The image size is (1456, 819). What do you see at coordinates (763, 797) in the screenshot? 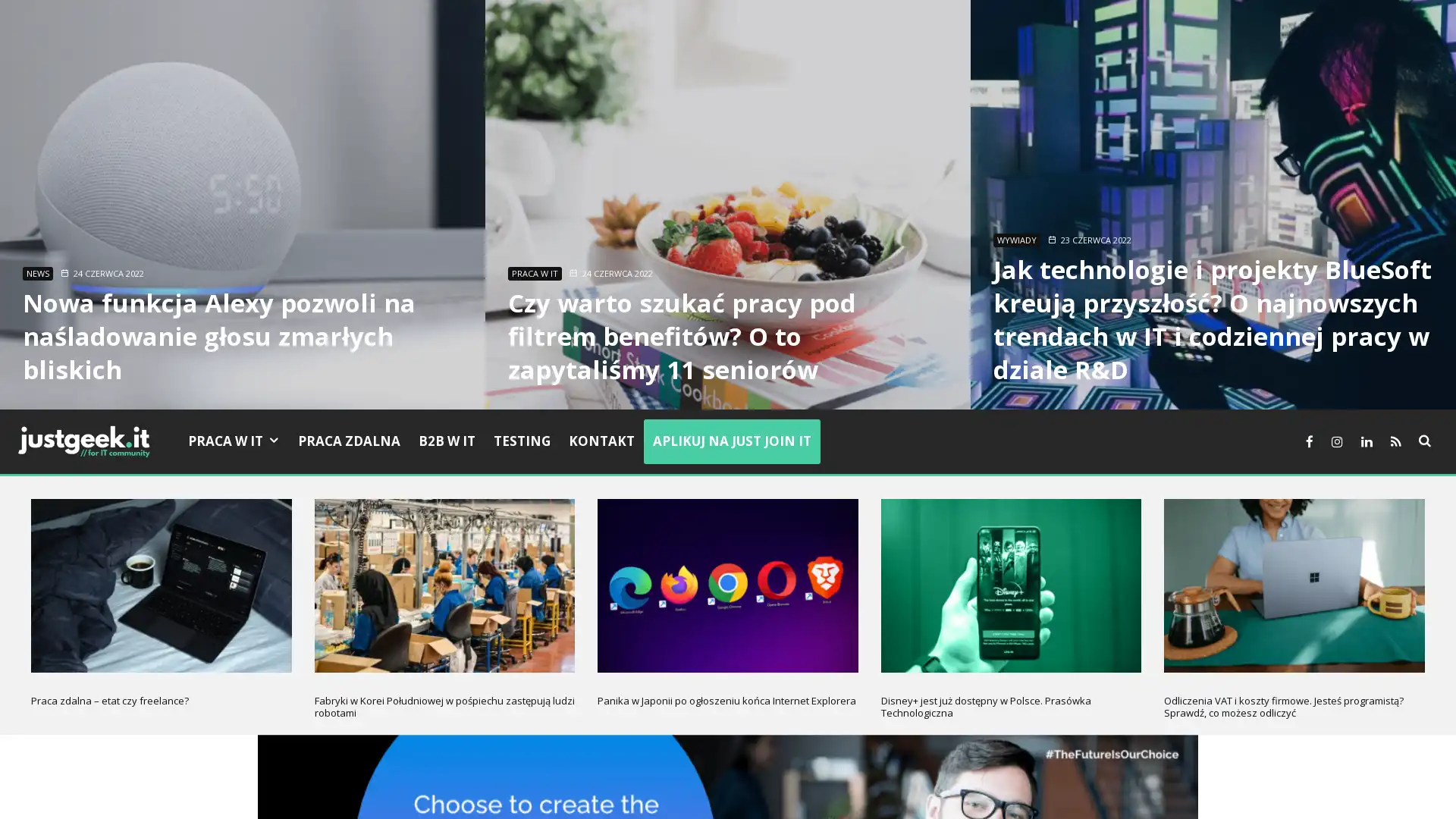
I see `Nie akceptuje` at bounding box center [763, 797].